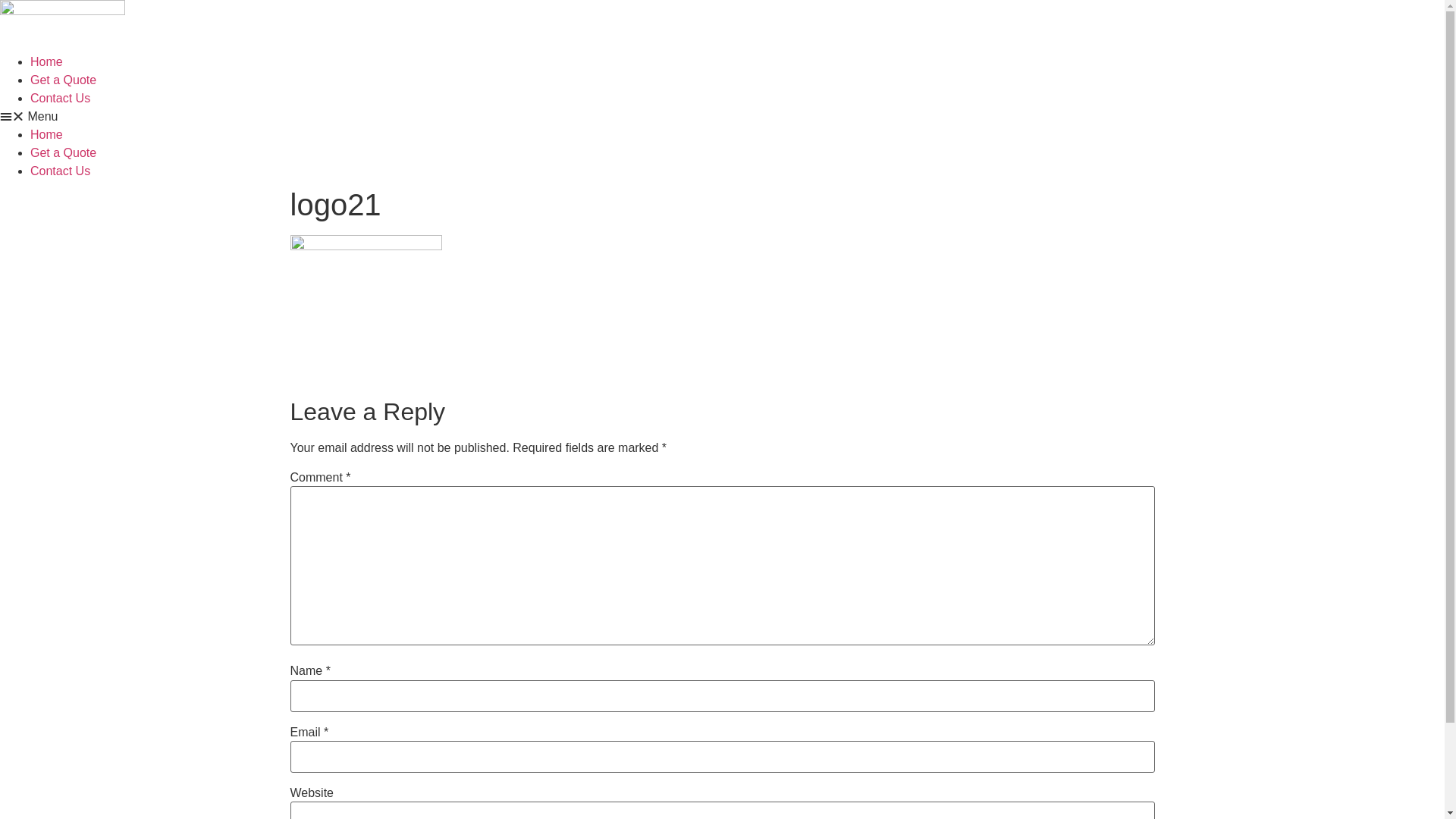  Describe the element at coordinates (60, 171) in the screenshot. I see `'Contact Us'` at that location.